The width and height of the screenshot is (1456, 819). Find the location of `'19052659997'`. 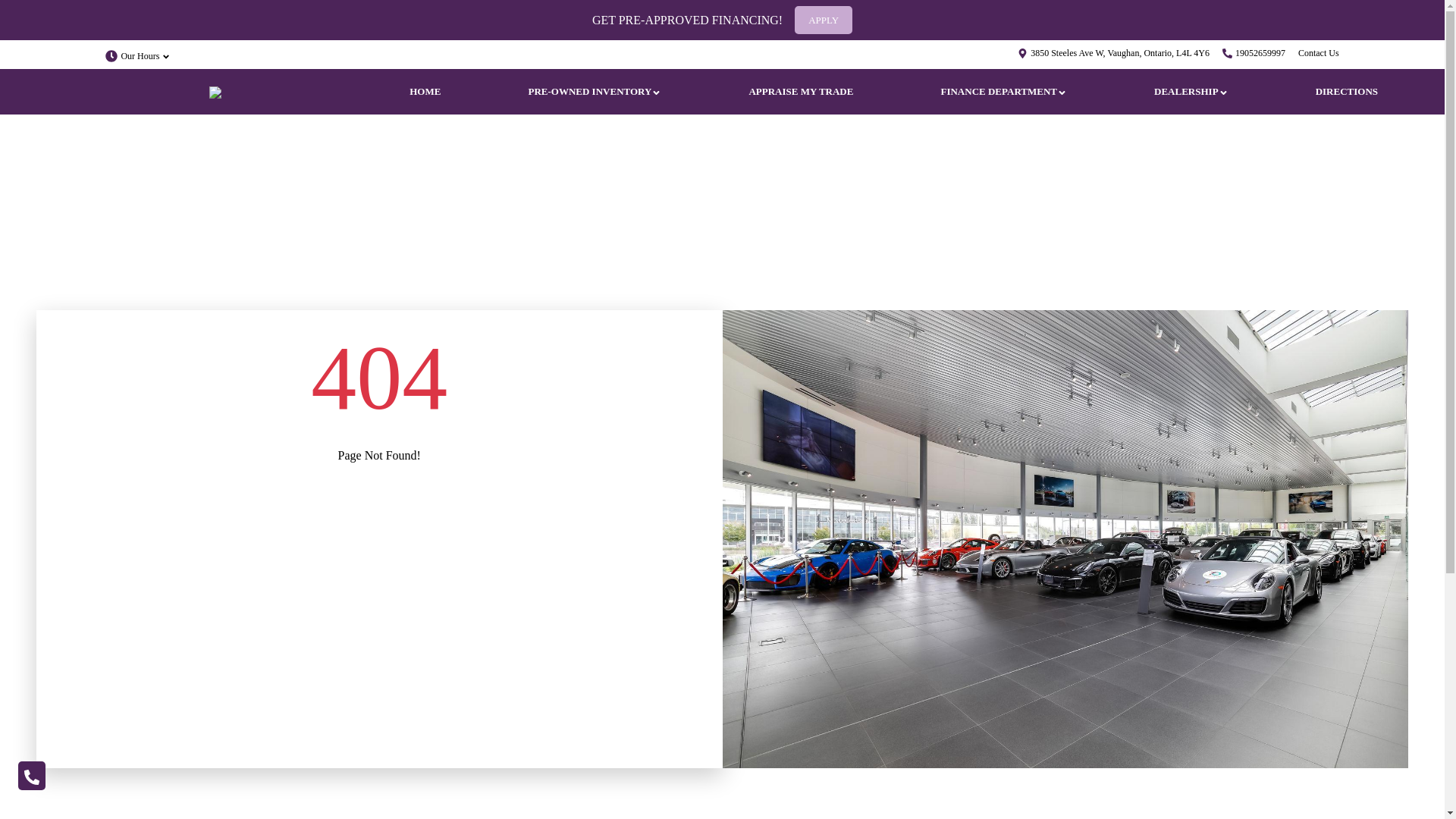

'19052659997' is located at coordinates (1260, 52).